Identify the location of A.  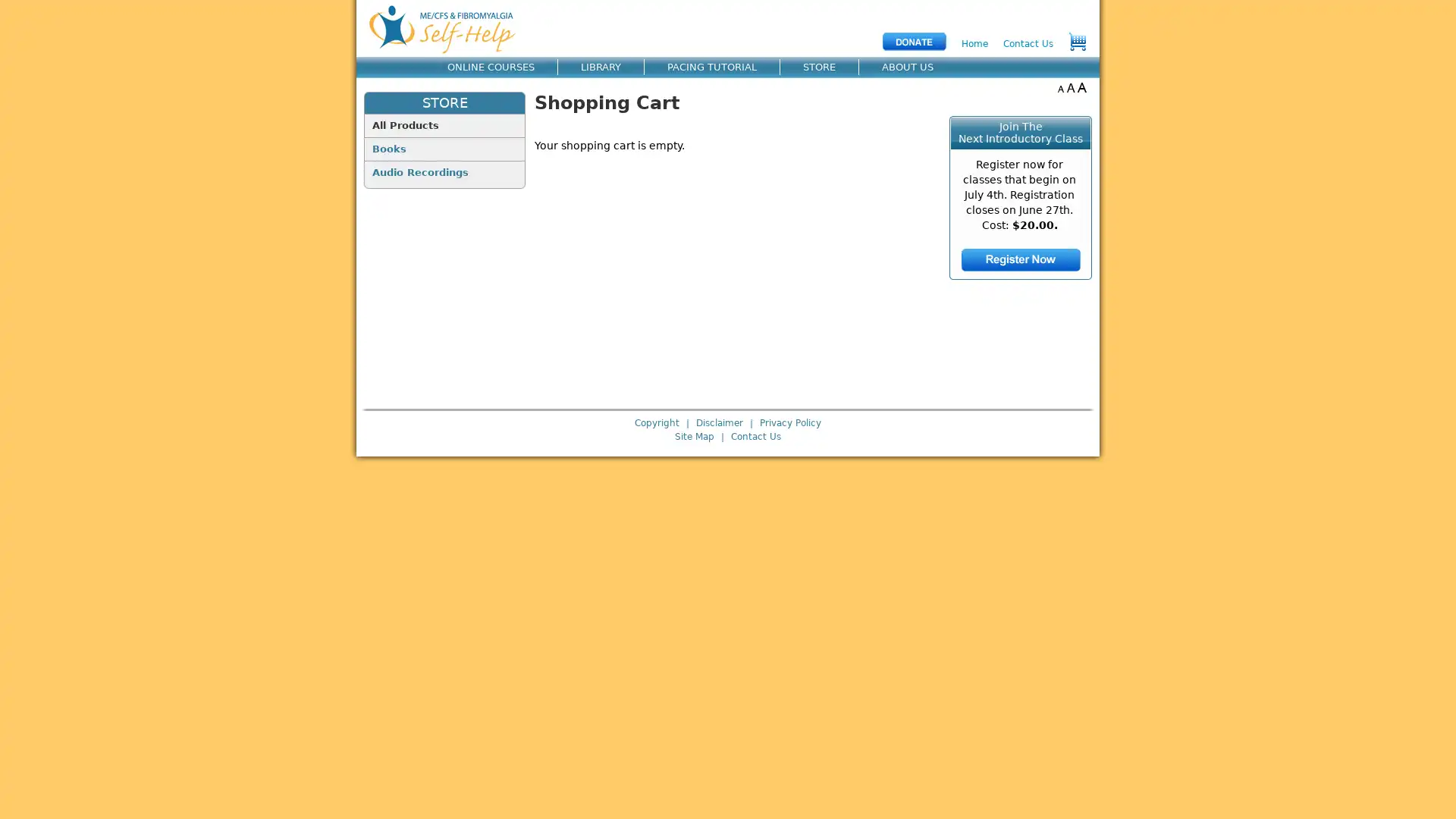
(1059, 87).